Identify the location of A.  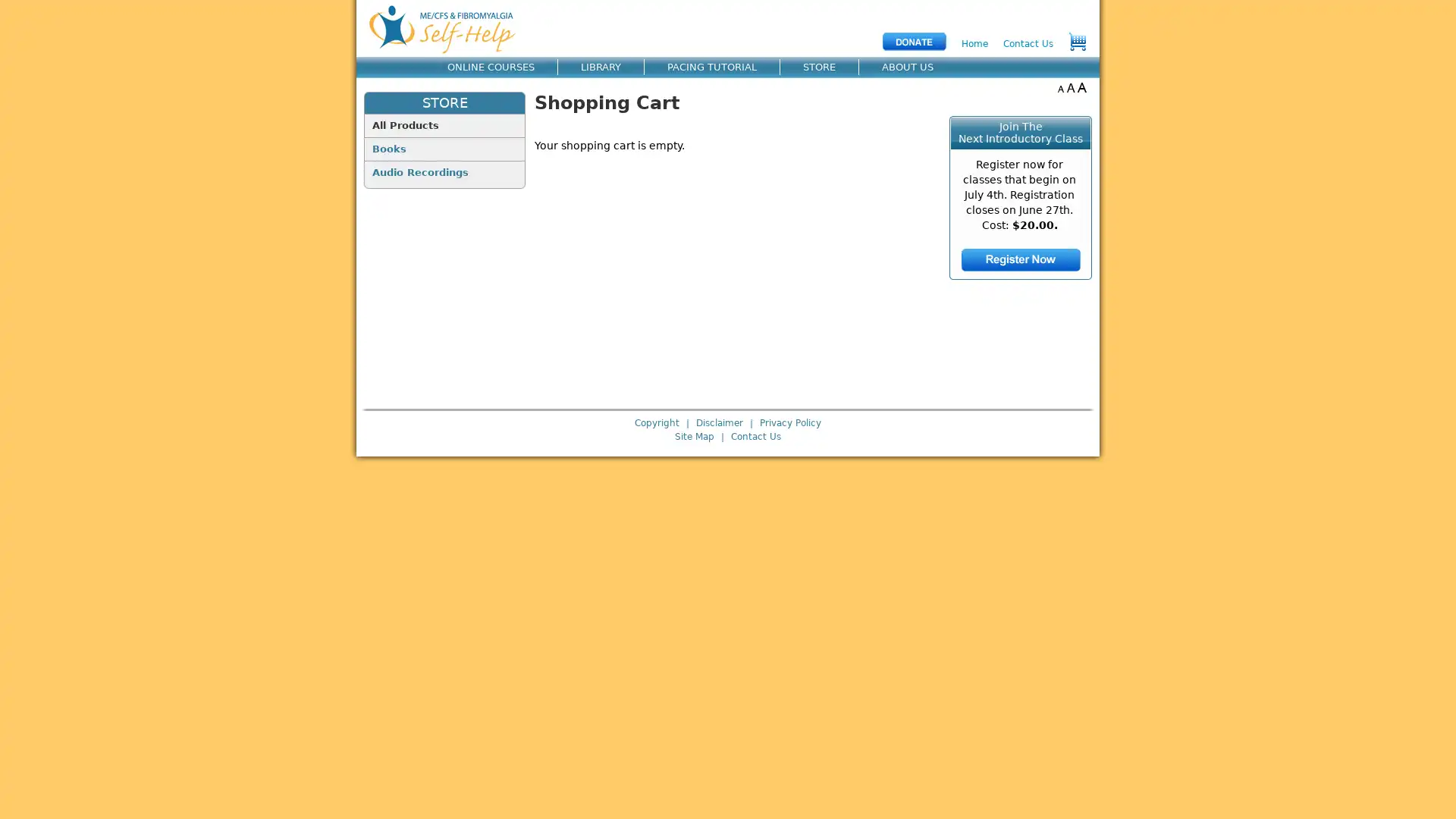
(1059, 87).